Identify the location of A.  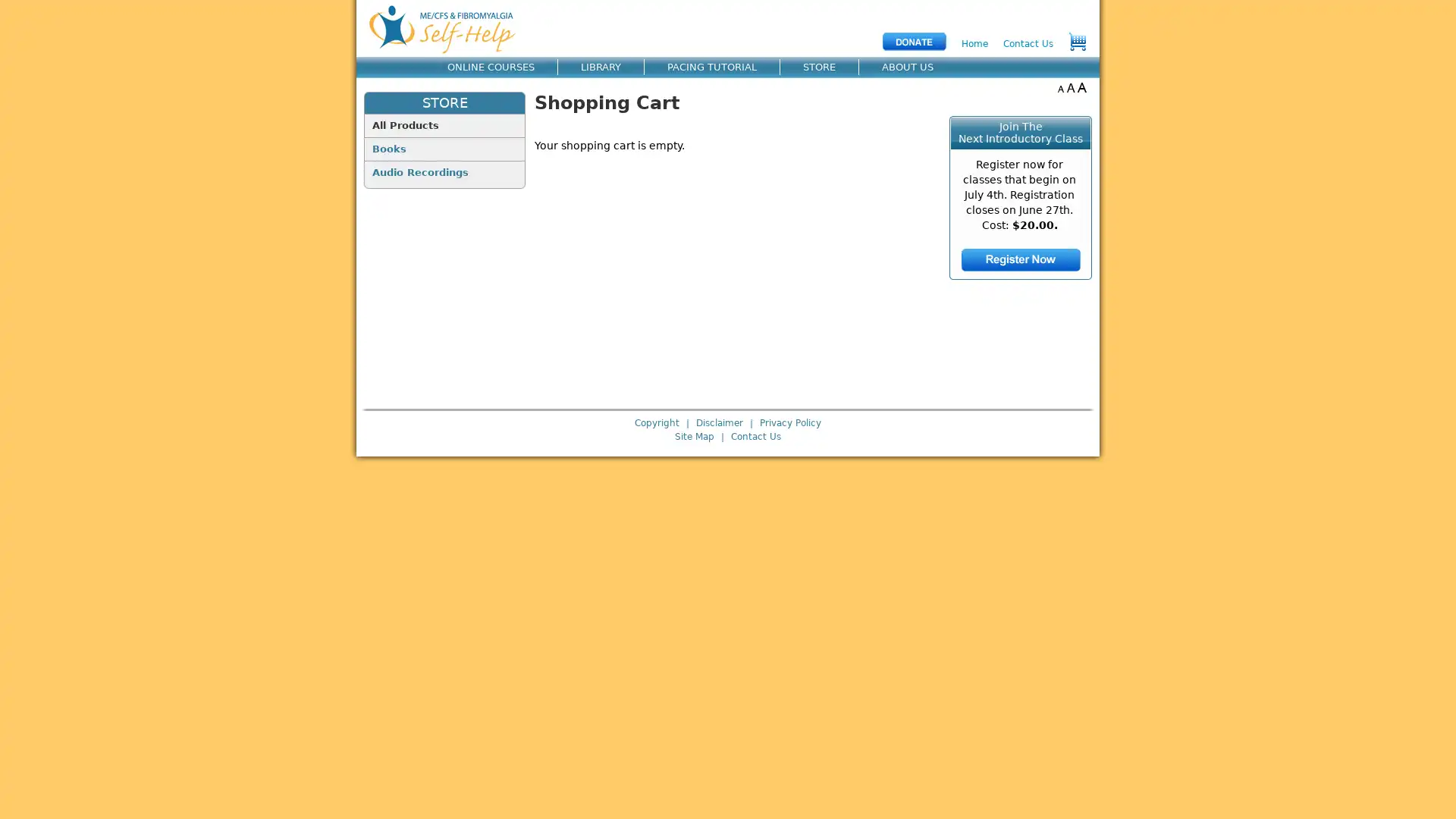
(1059, 87).